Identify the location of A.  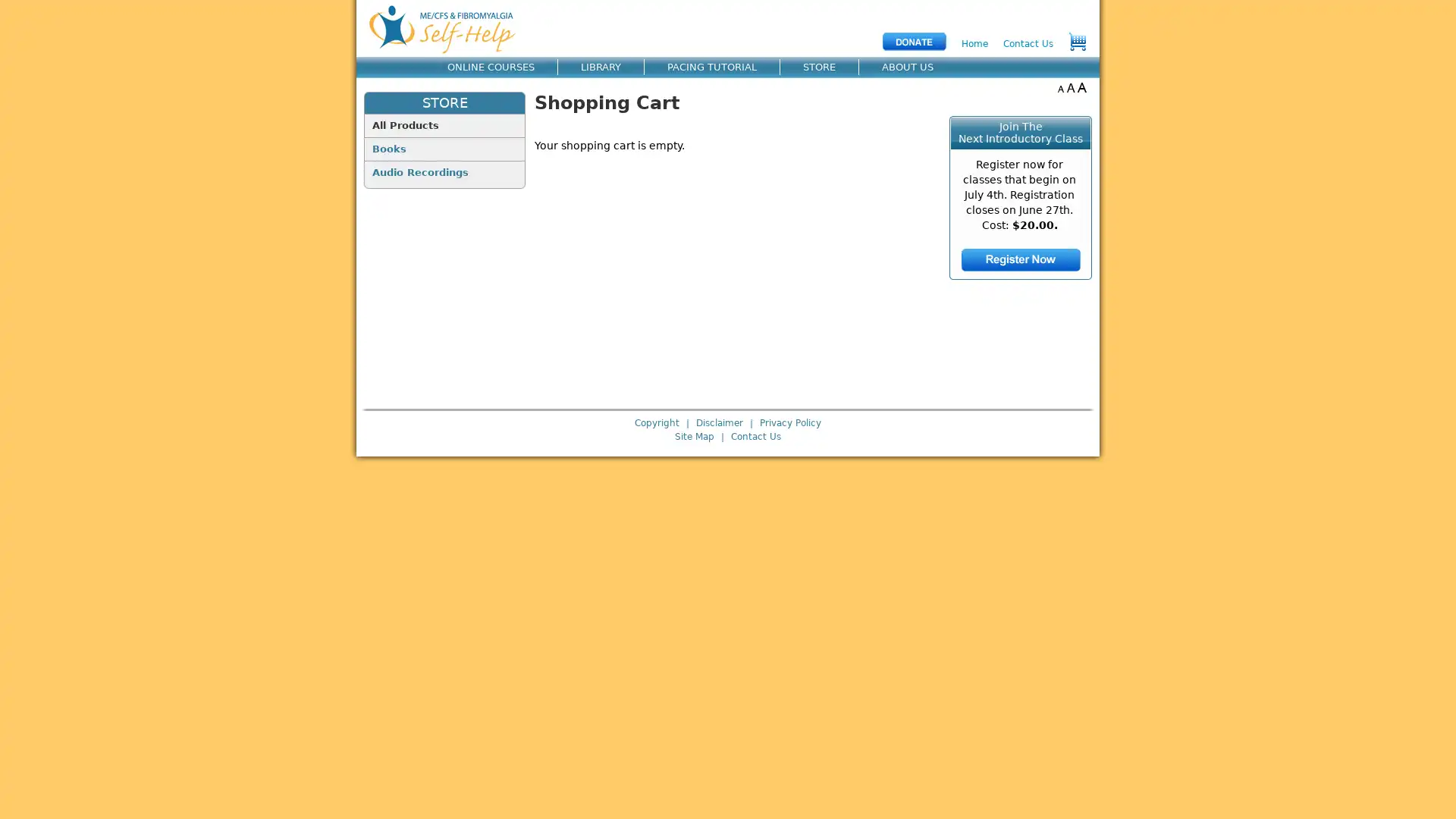
(1059, 87).